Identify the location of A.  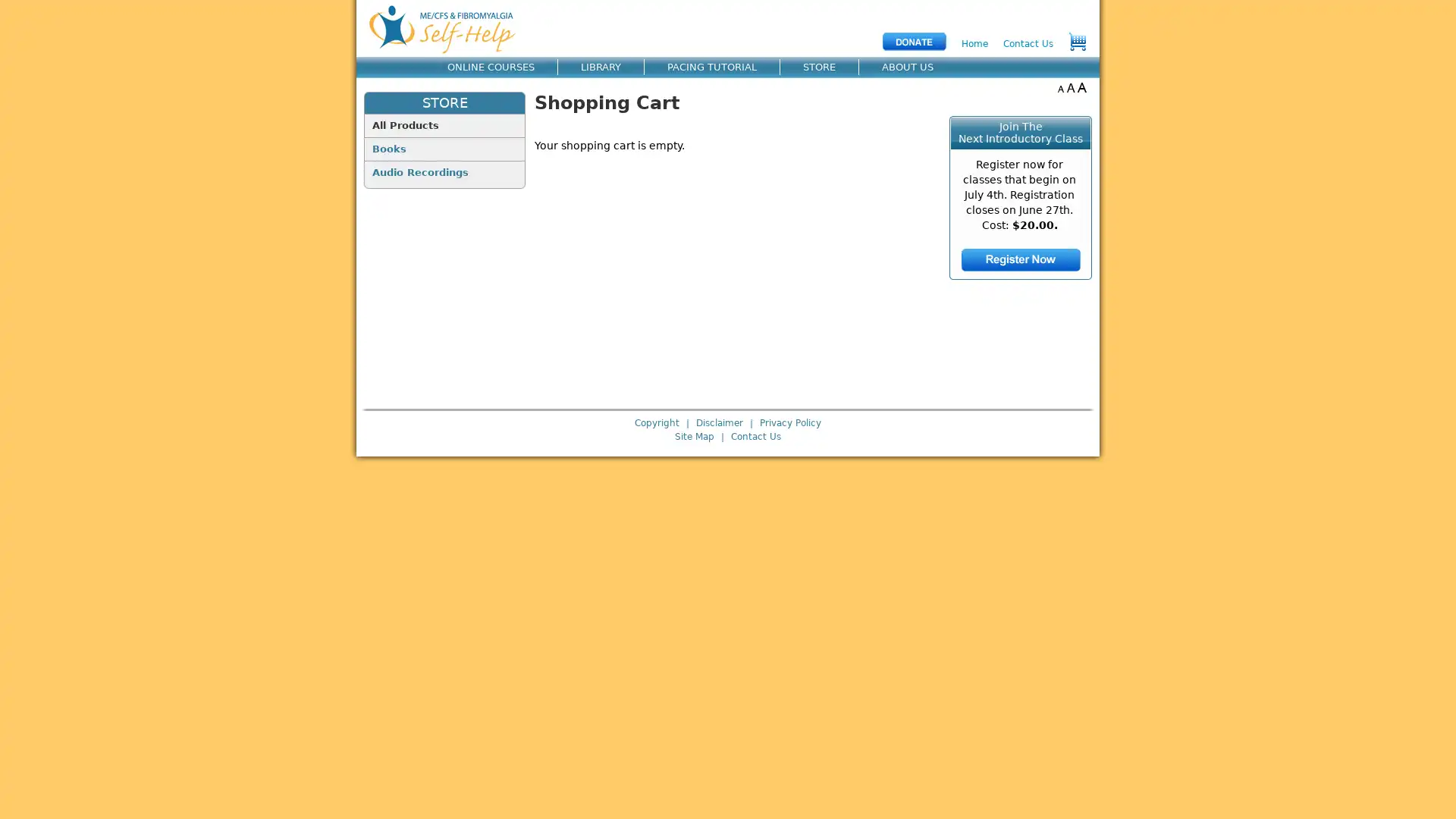
(1059, 87).